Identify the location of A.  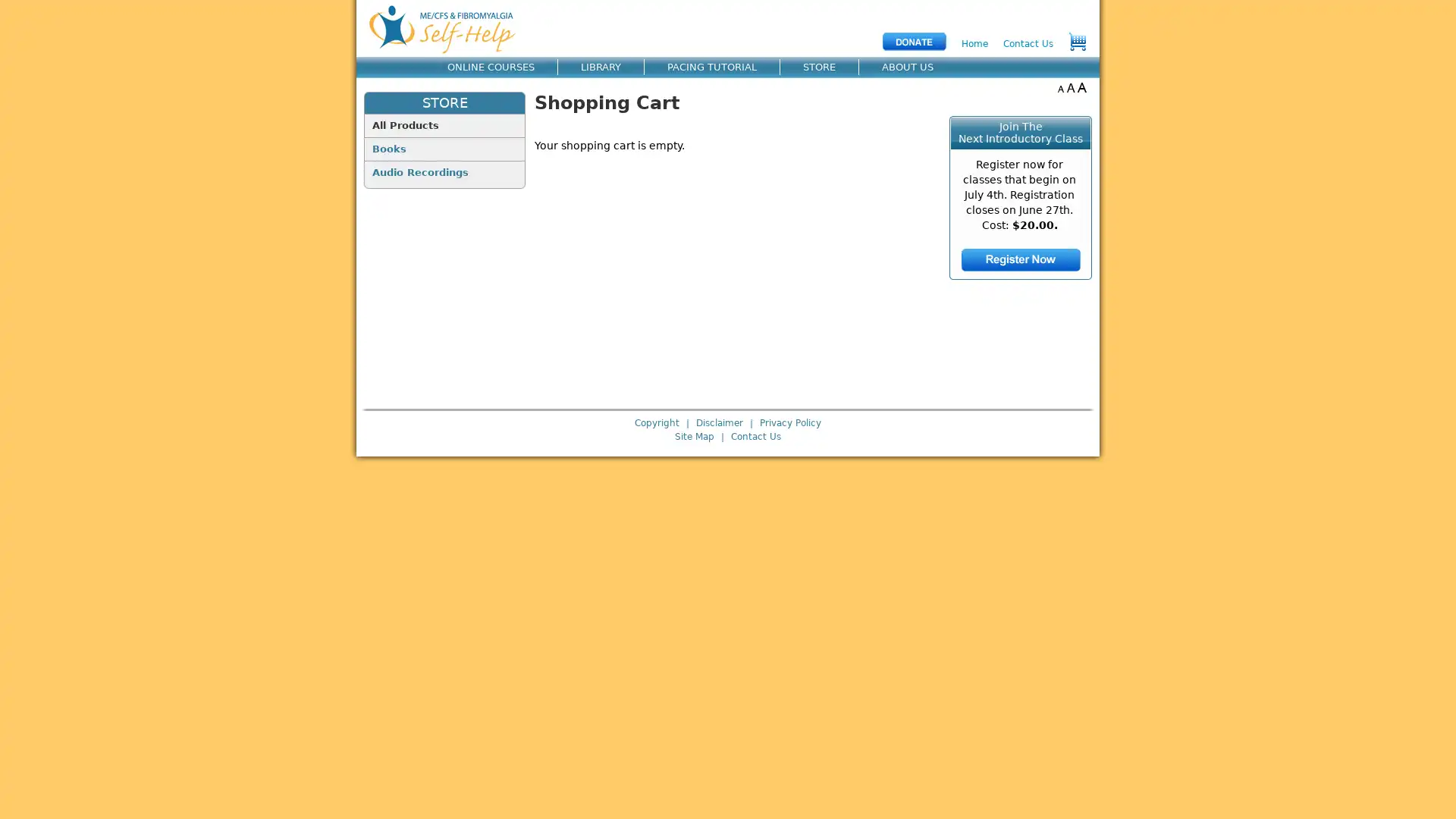
(1059, 87).